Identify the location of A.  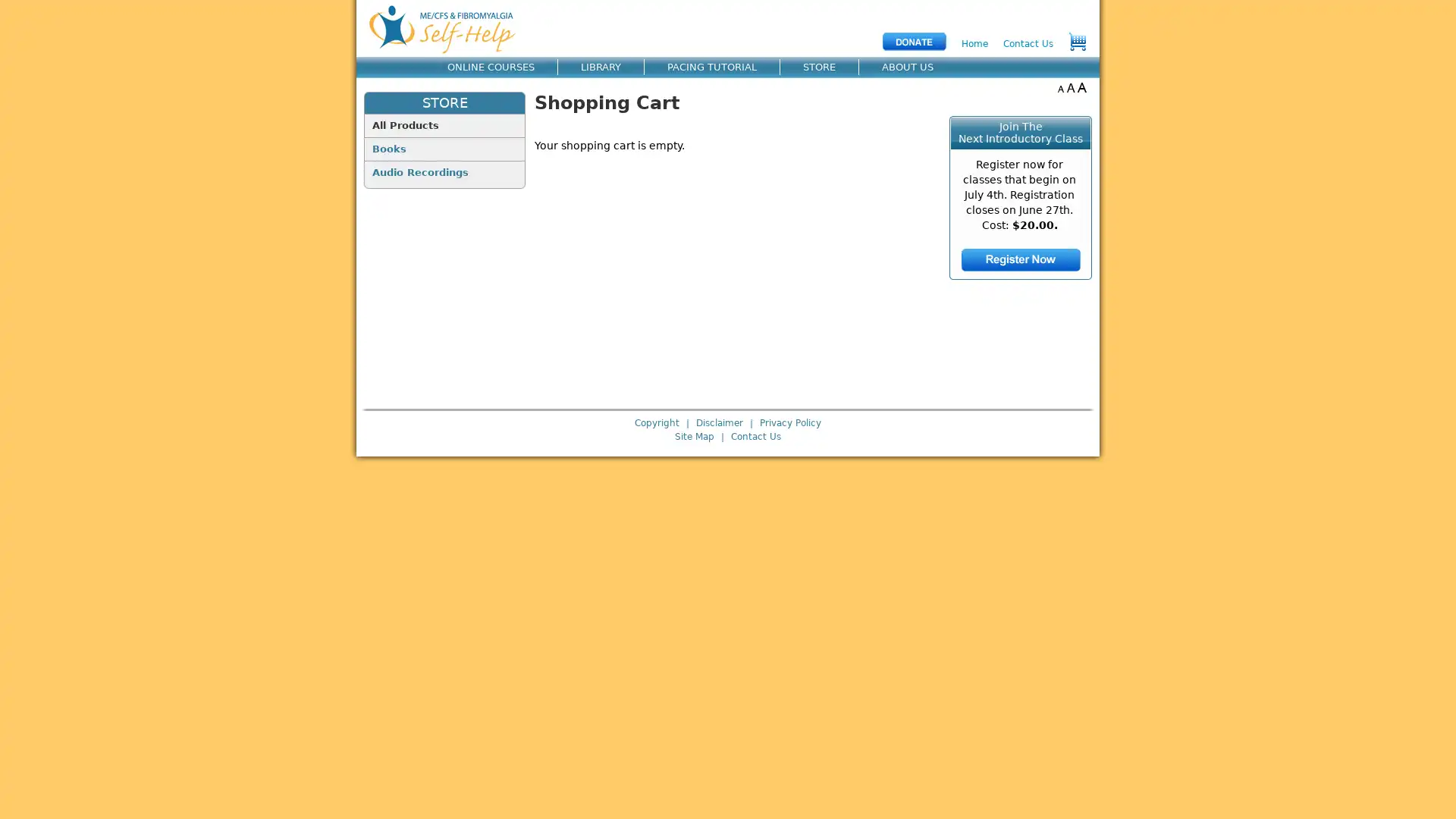
(1059, 87).